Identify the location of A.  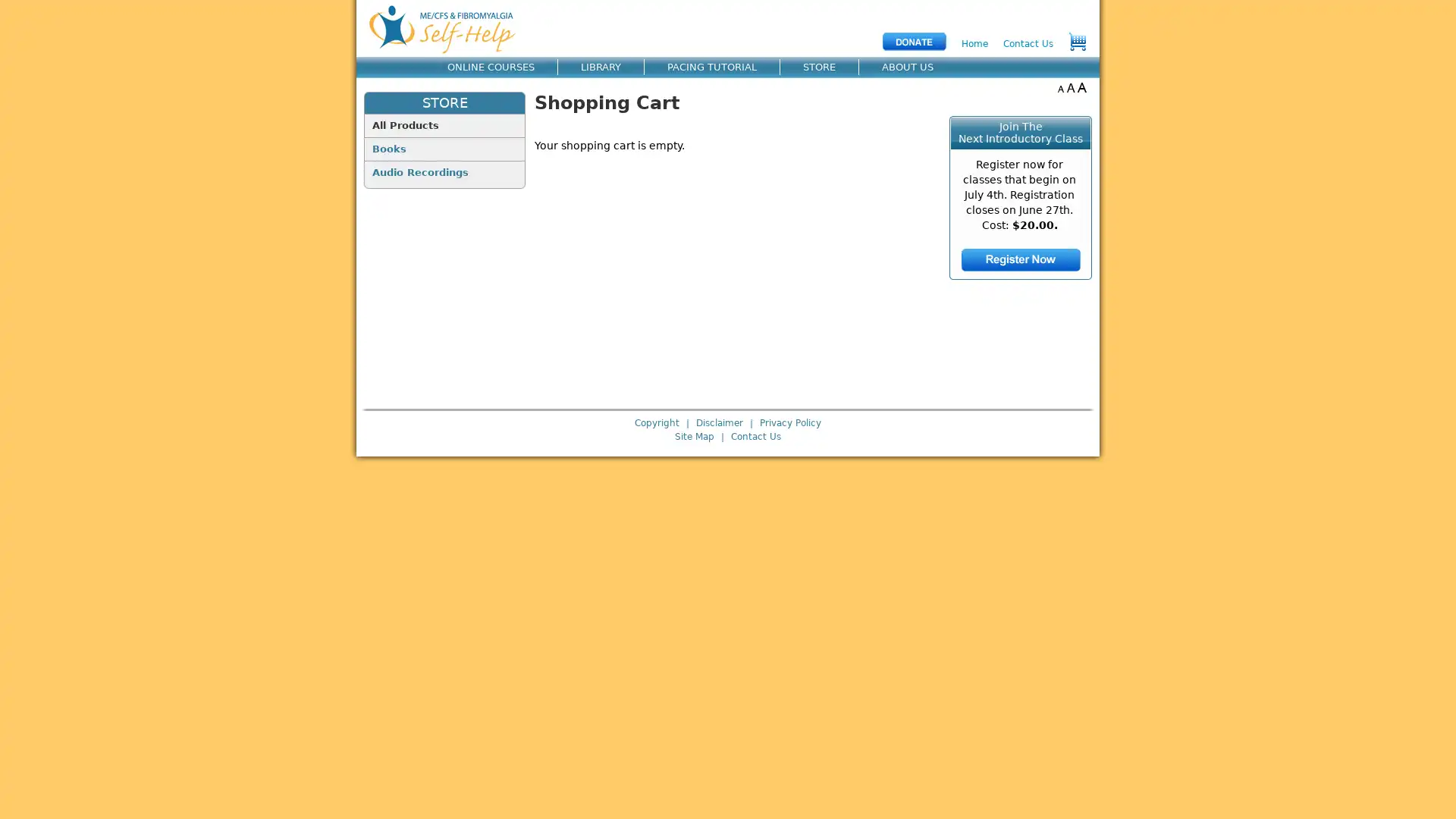
(1059, 87).